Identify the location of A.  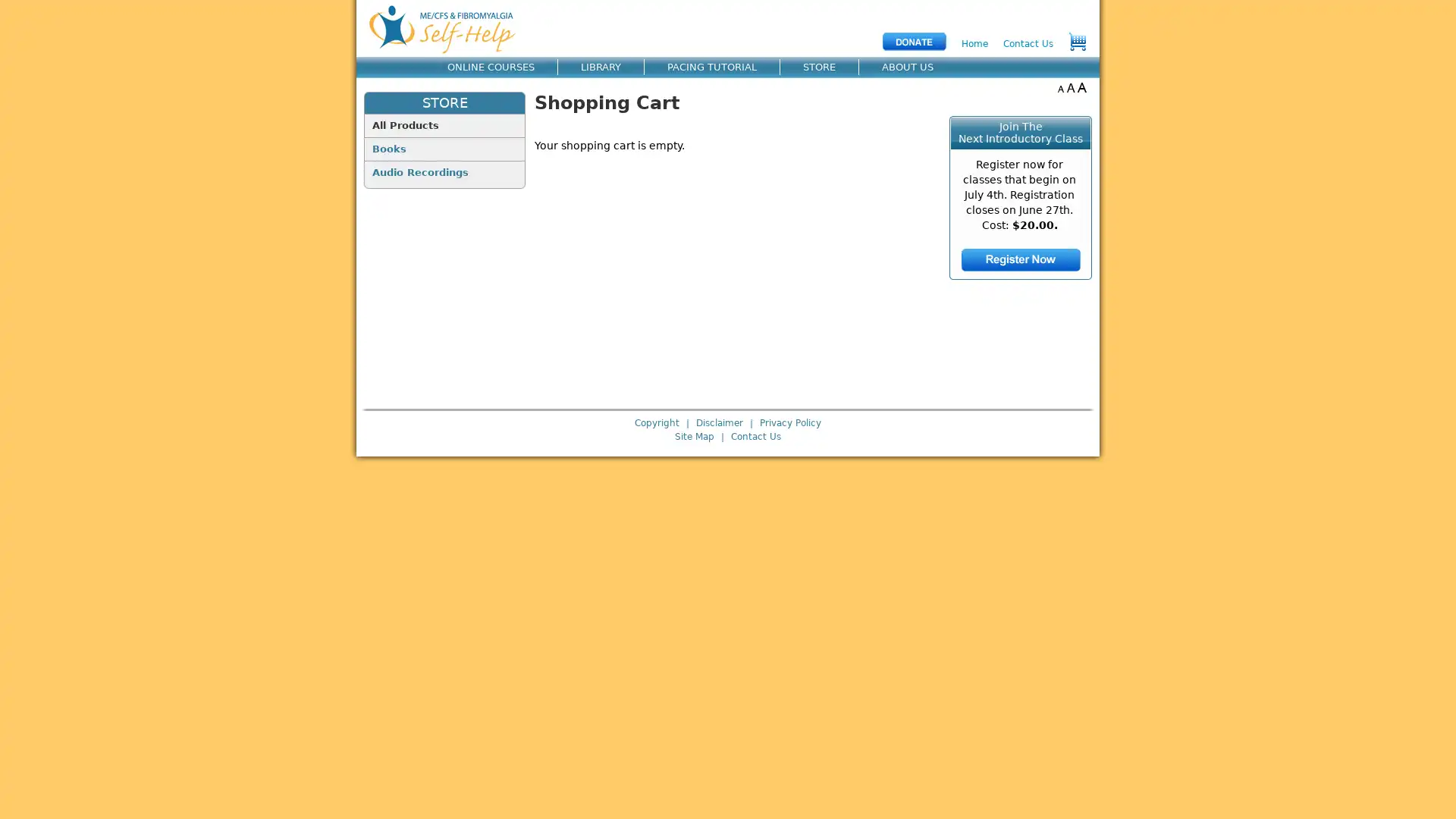
(1059, 87).